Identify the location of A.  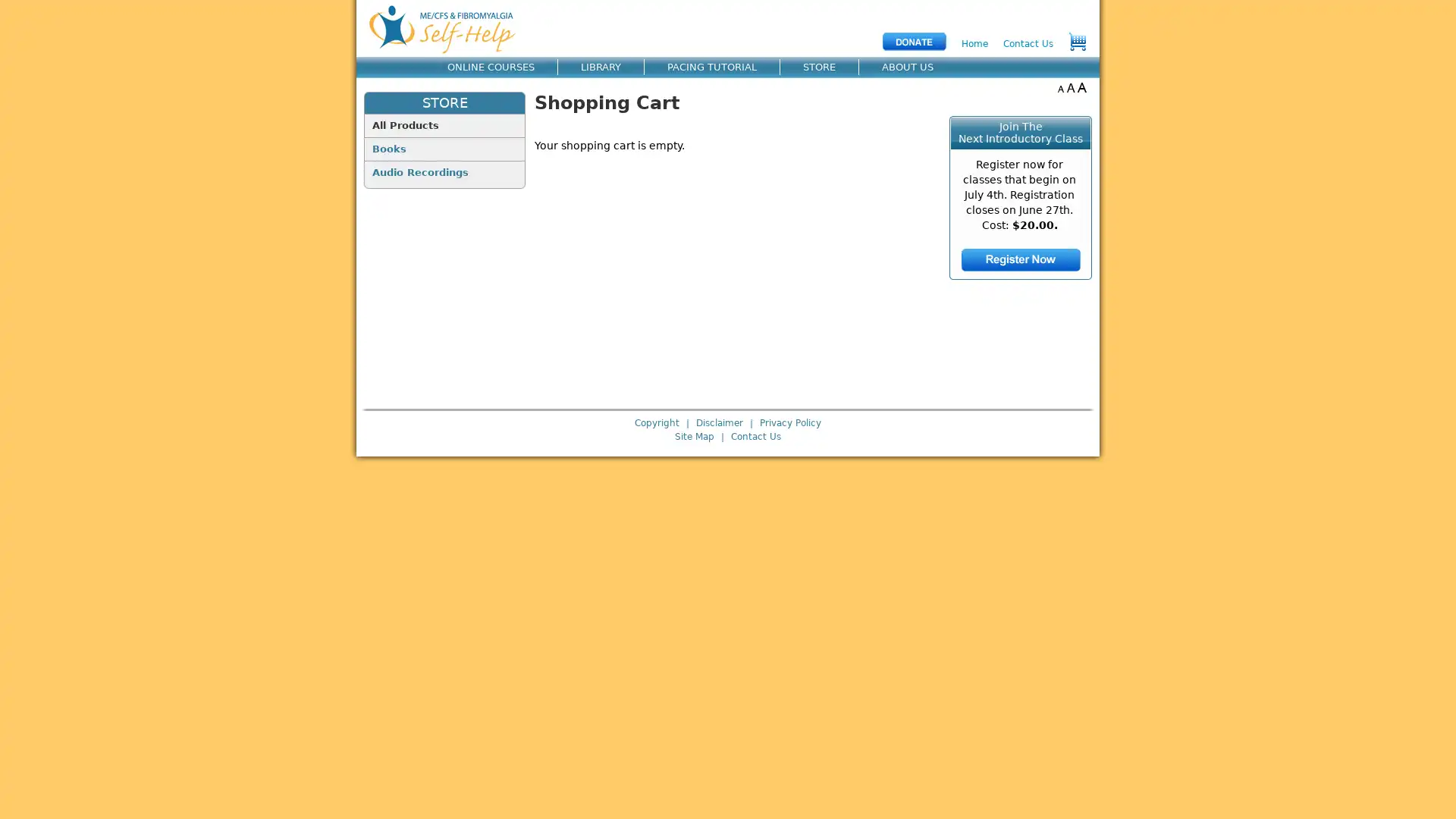
(1059, 87).